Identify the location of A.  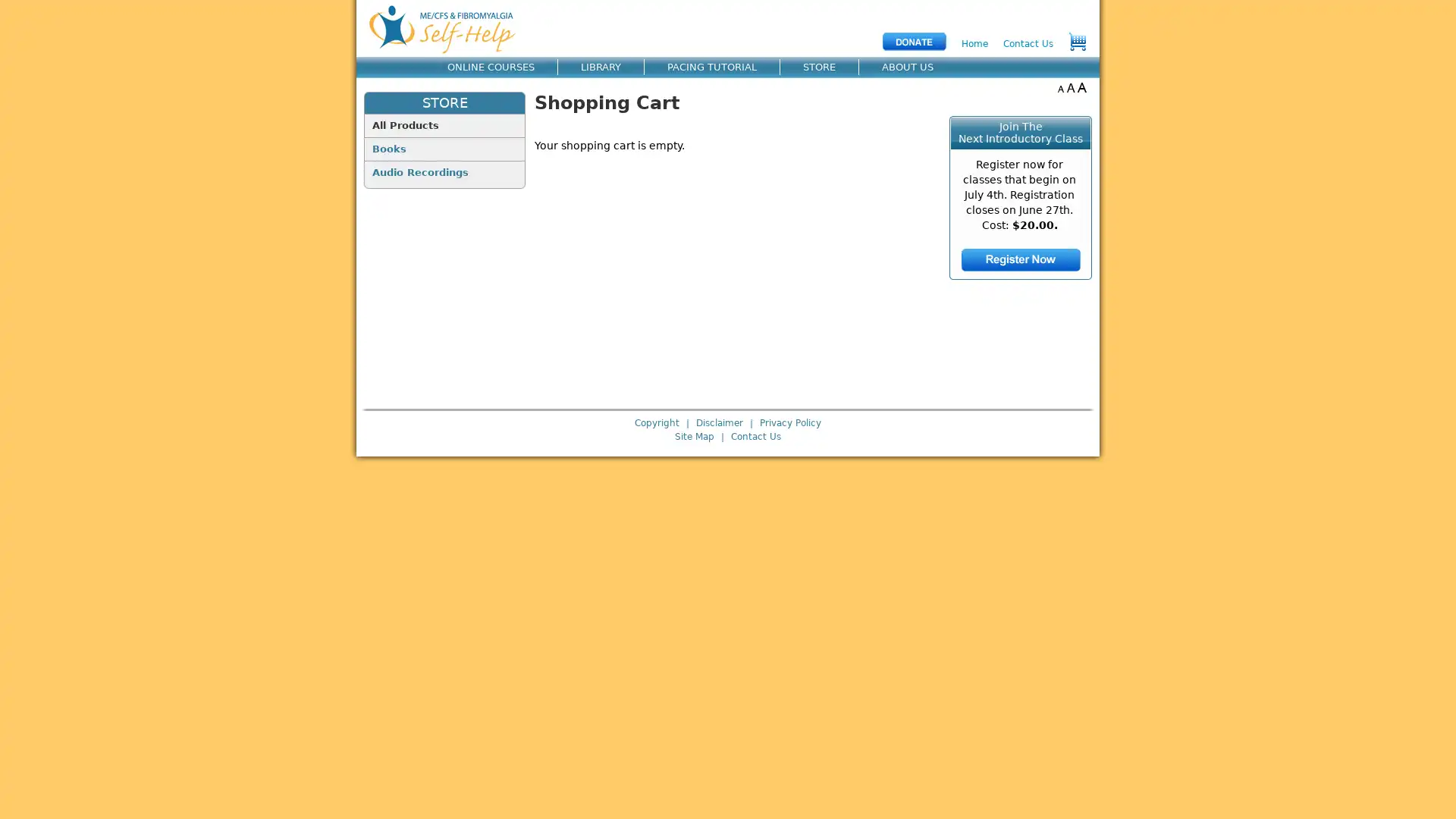
(1059, 87).